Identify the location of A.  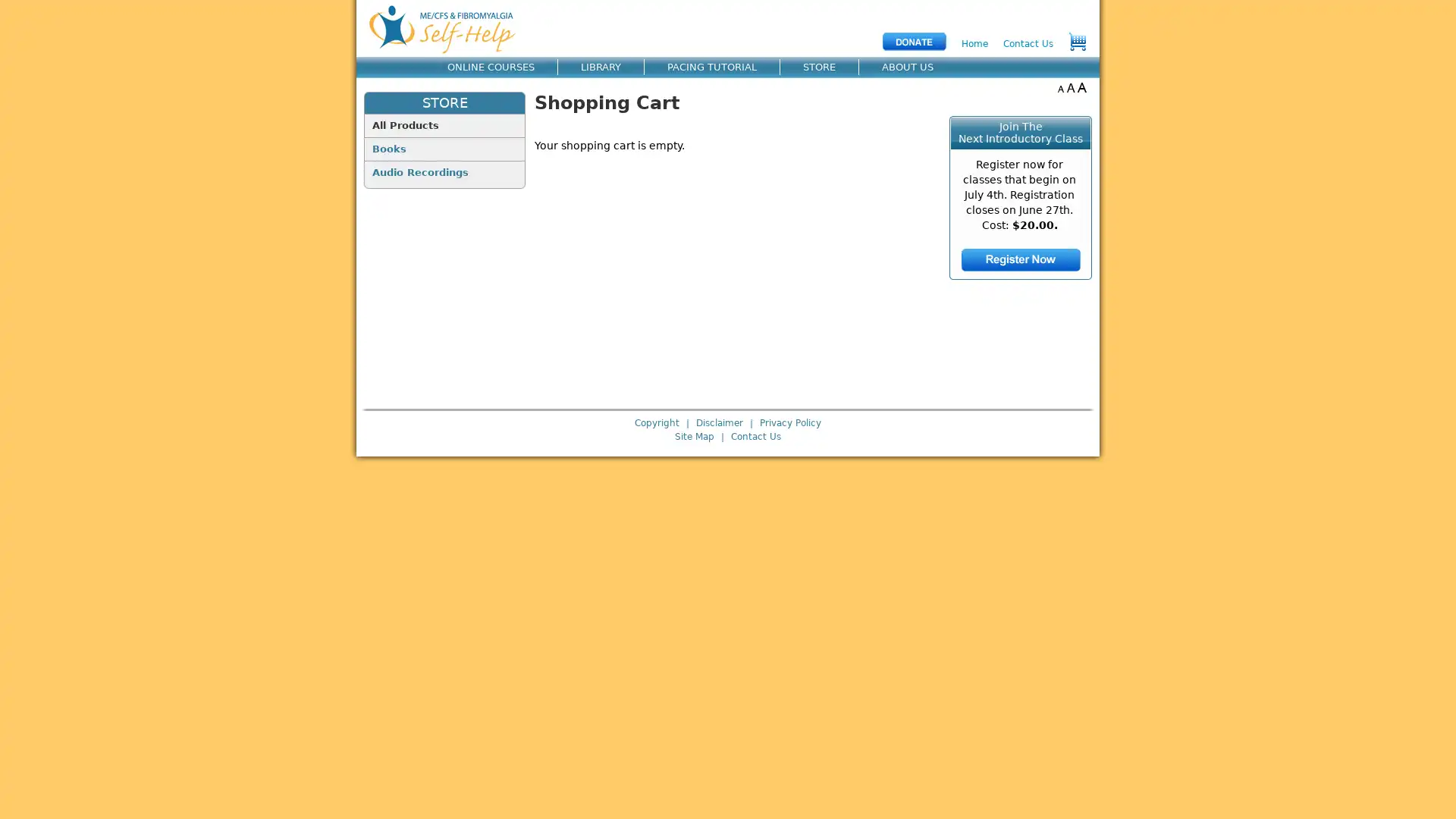
(1059, 87).